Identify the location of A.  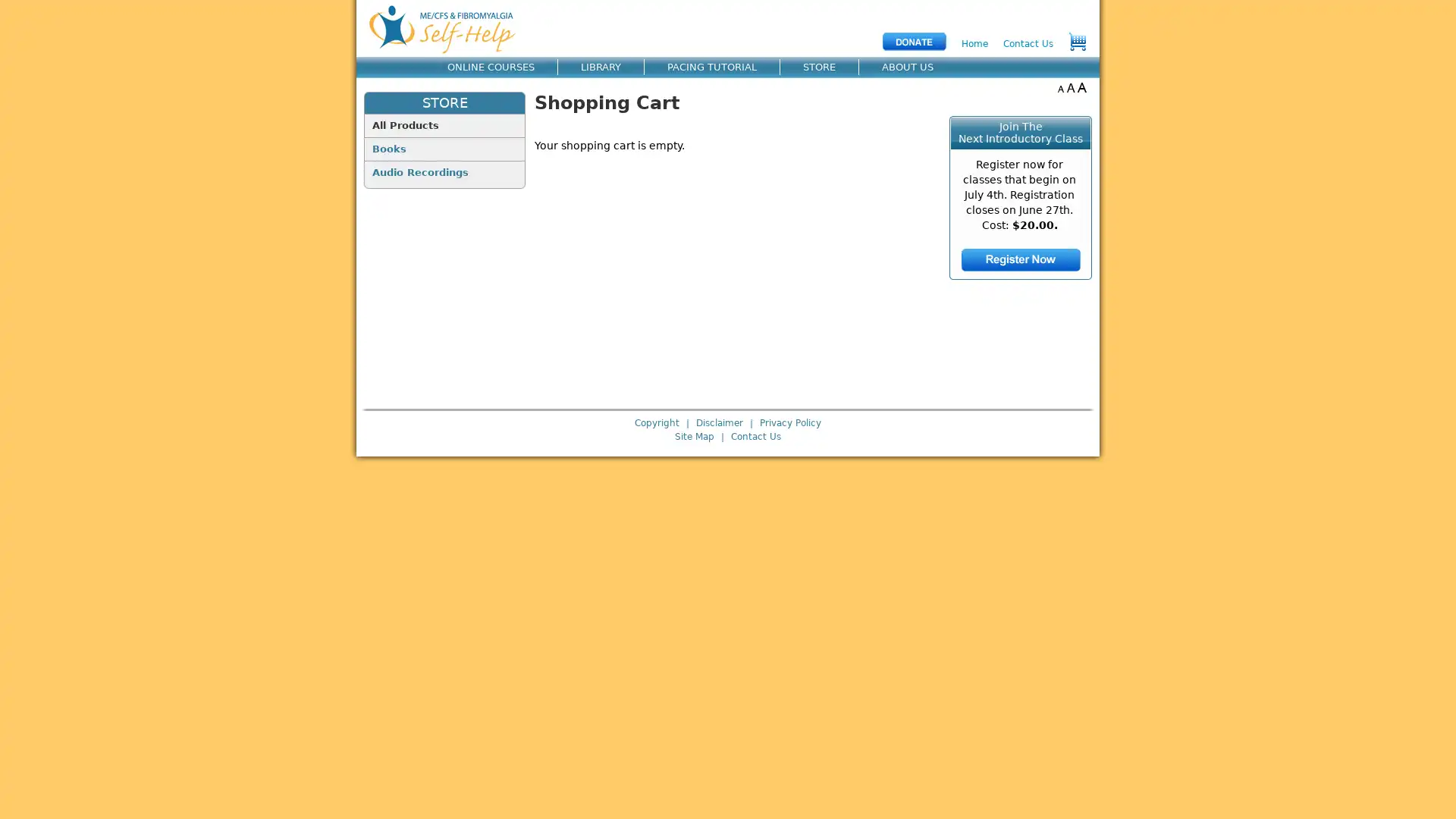
(1059, 87).